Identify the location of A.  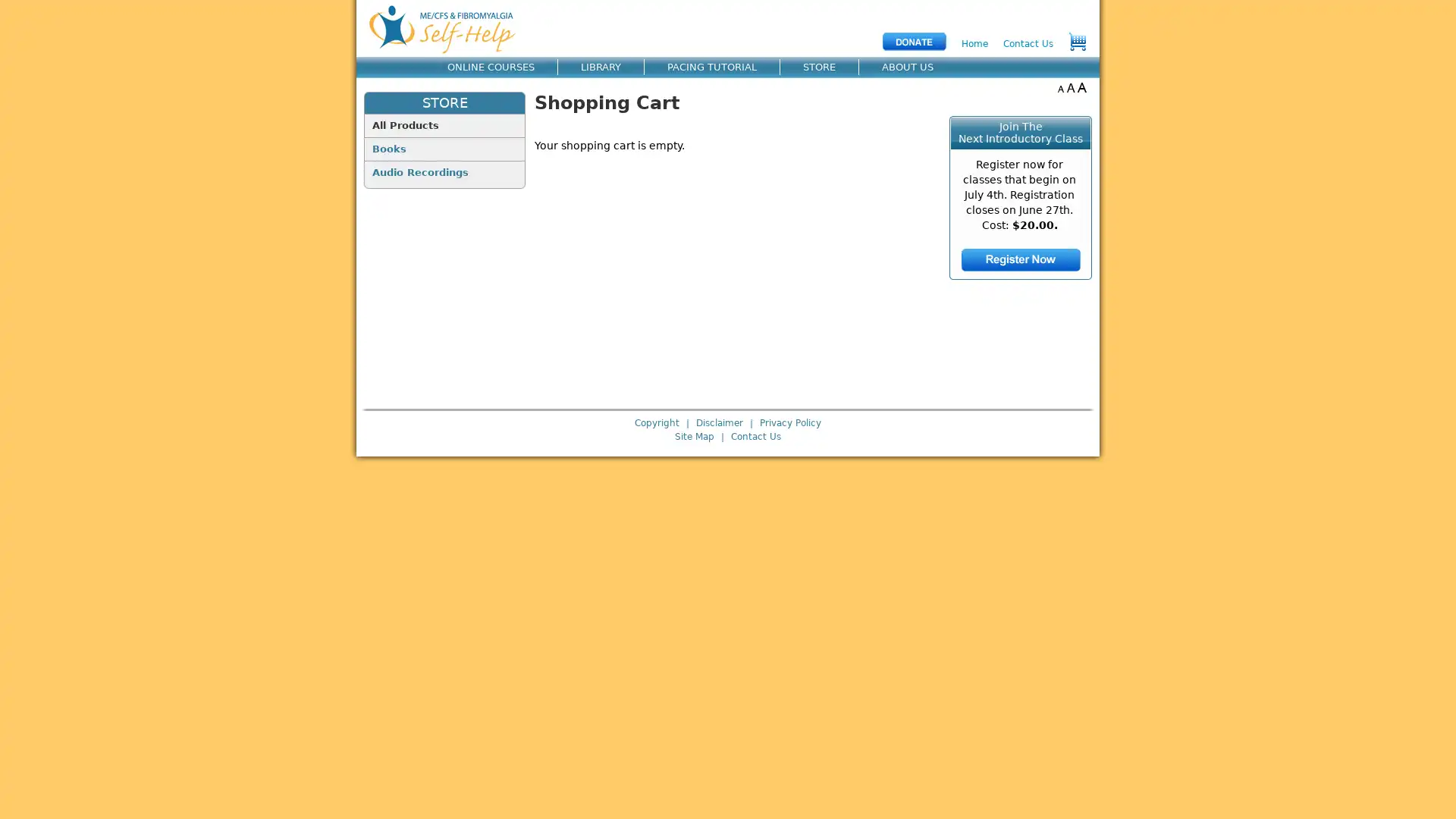
(1059, 87).